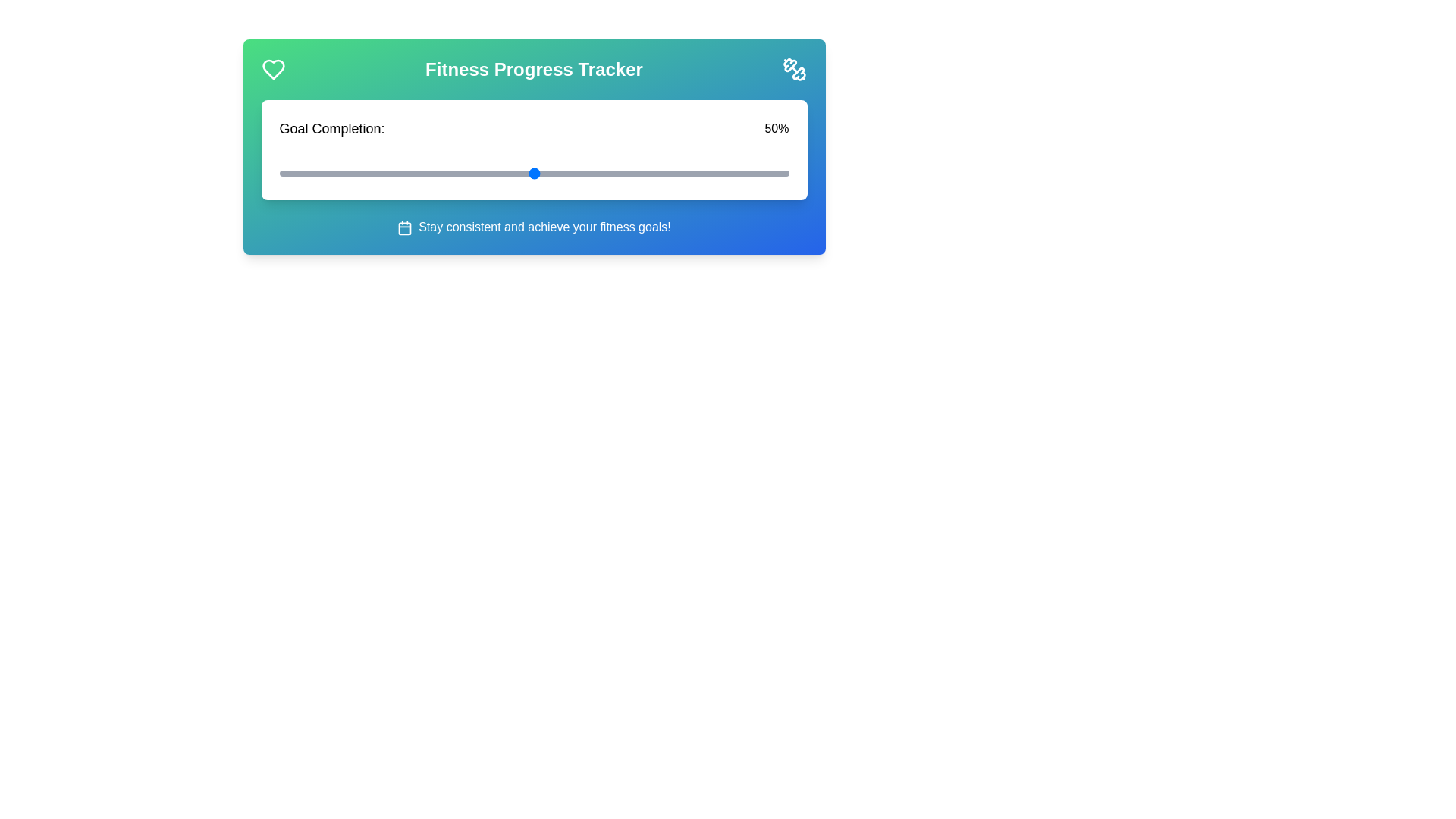 The image size is (1456, 819). Describe the element at coordinates (579, 172) in the screenshot. I see `the slider to set the goal completion percentage to 59` at that location.